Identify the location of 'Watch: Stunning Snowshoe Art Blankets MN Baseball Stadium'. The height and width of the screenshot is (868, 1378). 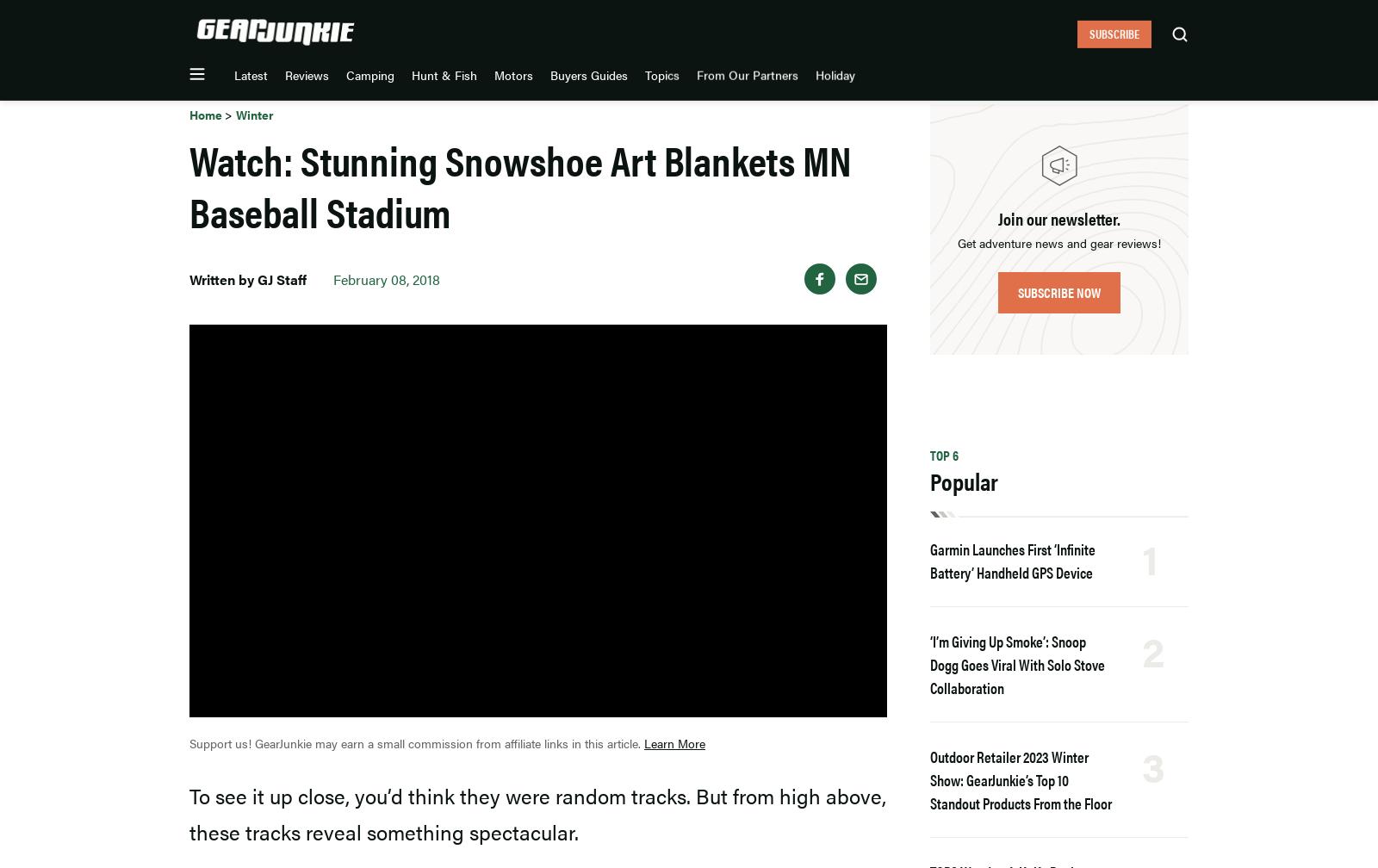
(520, 185).